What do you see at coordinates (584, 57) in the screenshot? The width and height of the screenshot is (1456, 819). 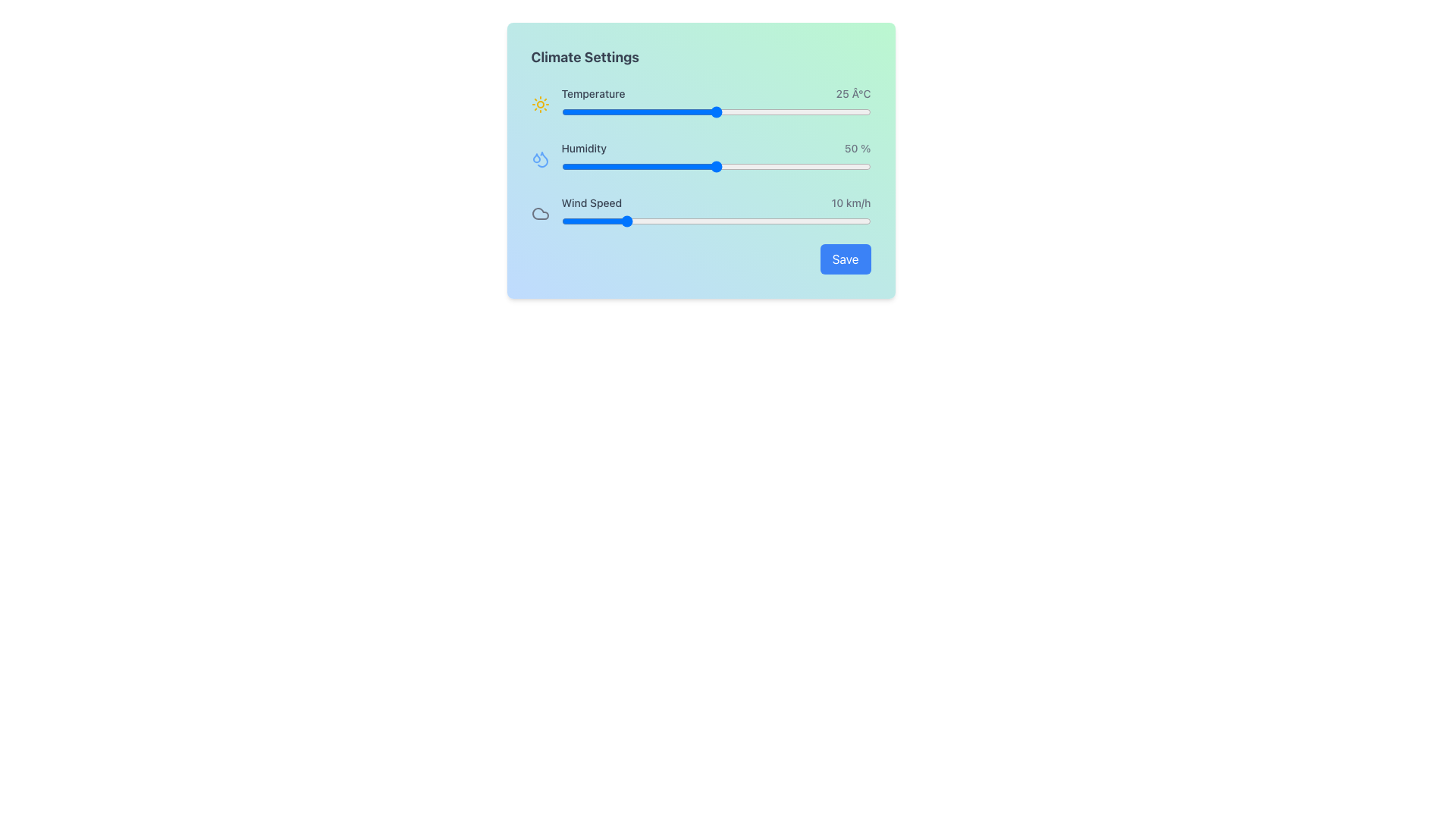 I see `the 'Climate Settings' text label, which is prominently displayed in bold, large, gray text at the top of the interface panel` at bounding box center [584, 57].